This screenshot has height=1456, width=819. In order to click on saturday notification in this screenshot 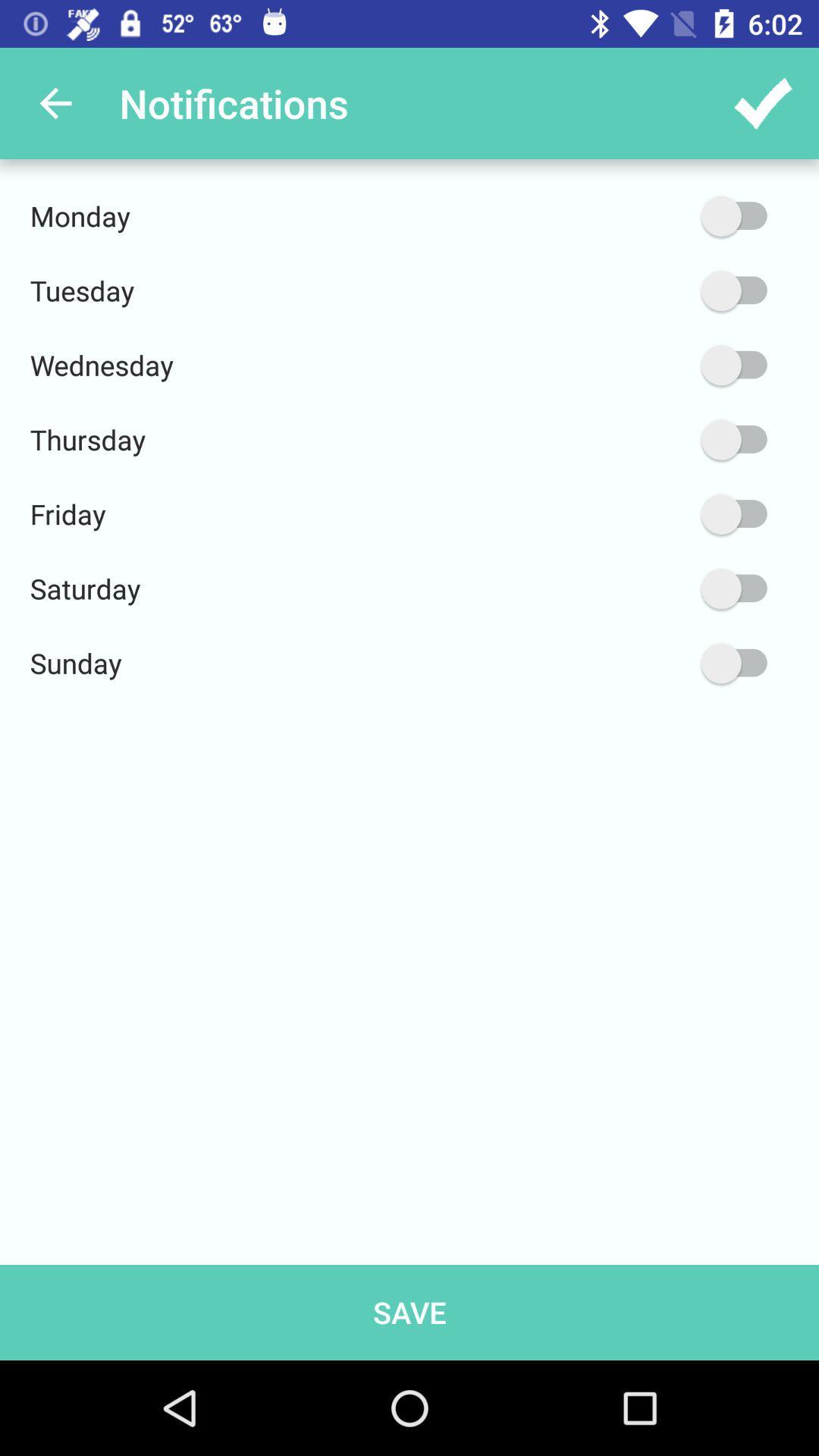, I will do `click(661, 588)`.